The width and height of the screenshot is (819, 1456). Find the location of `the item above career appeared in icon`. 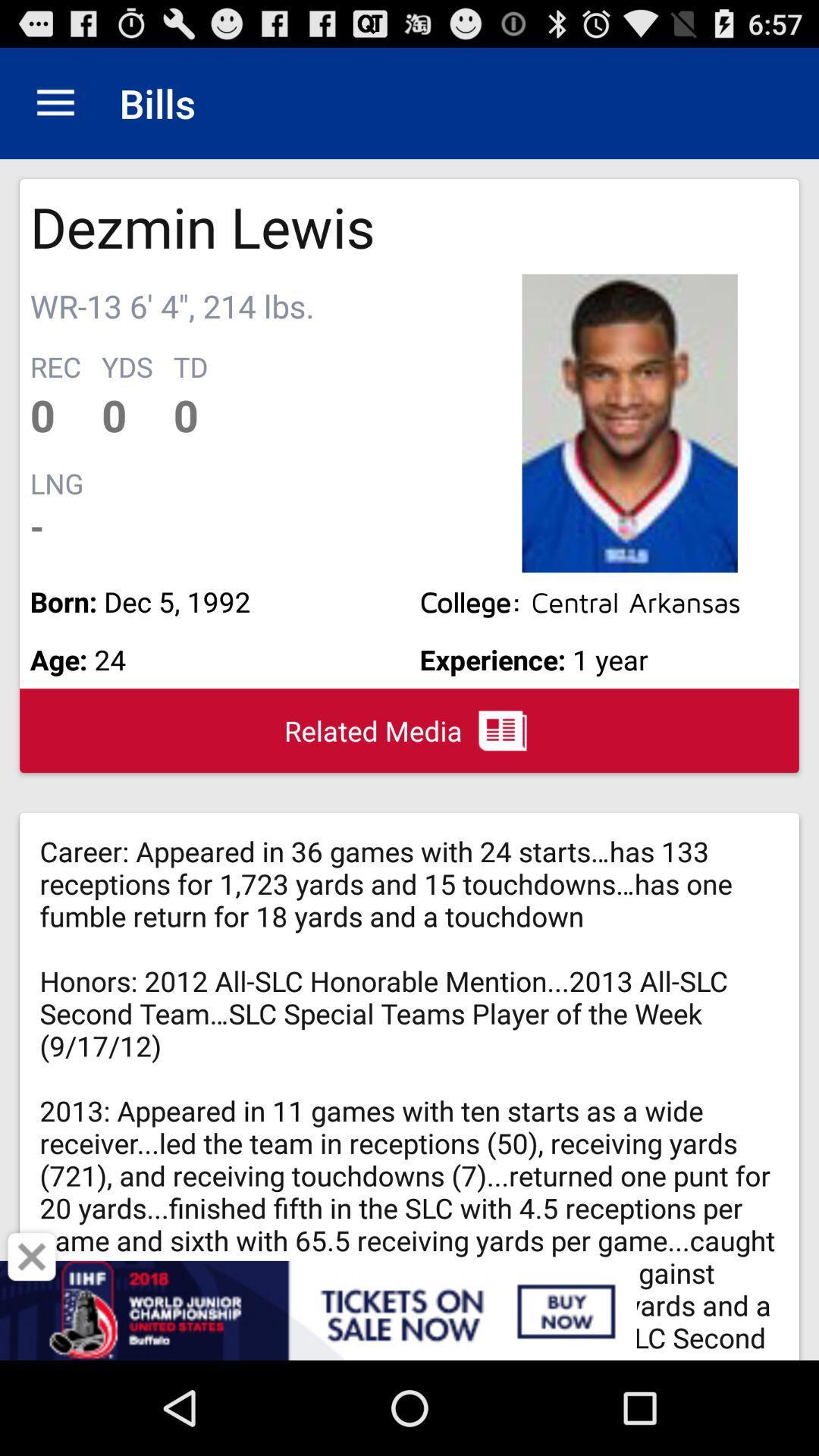

the item above career appeared in icon is located at coordinates (409, 730).